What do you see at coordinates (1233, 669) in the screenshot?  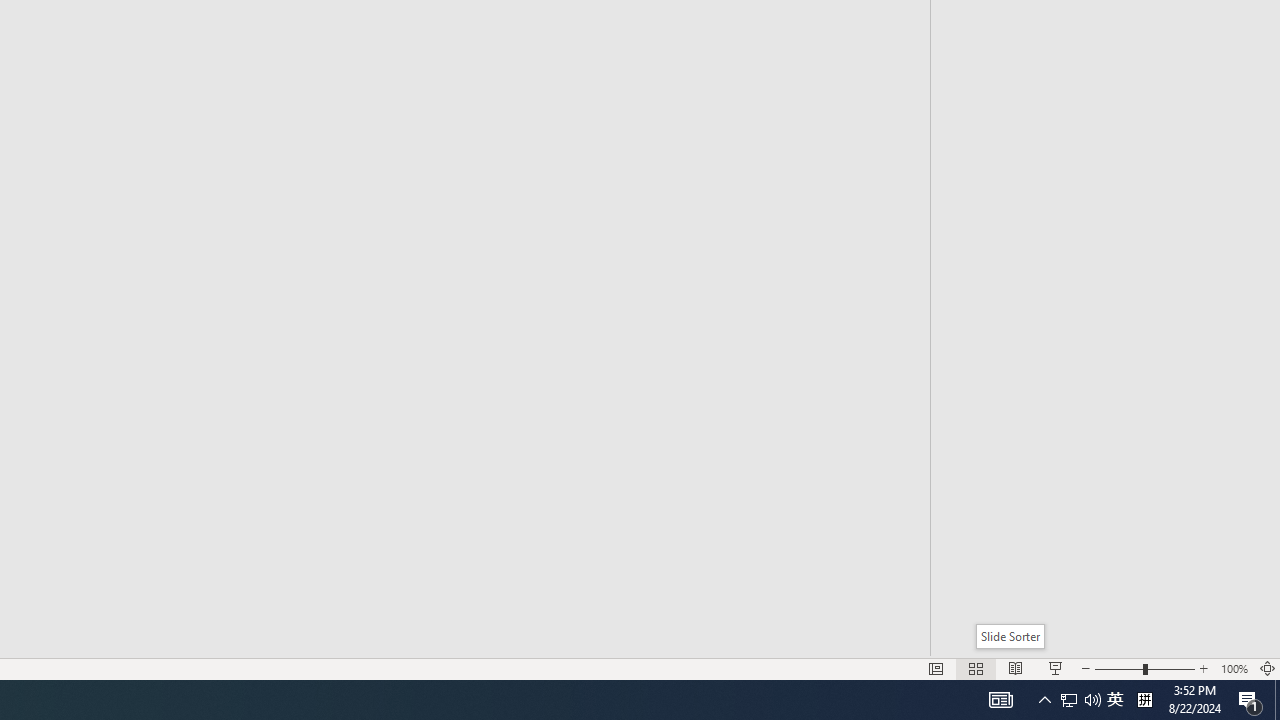 I see `'Zoom 100%'` at bounding box center [1233, 669].